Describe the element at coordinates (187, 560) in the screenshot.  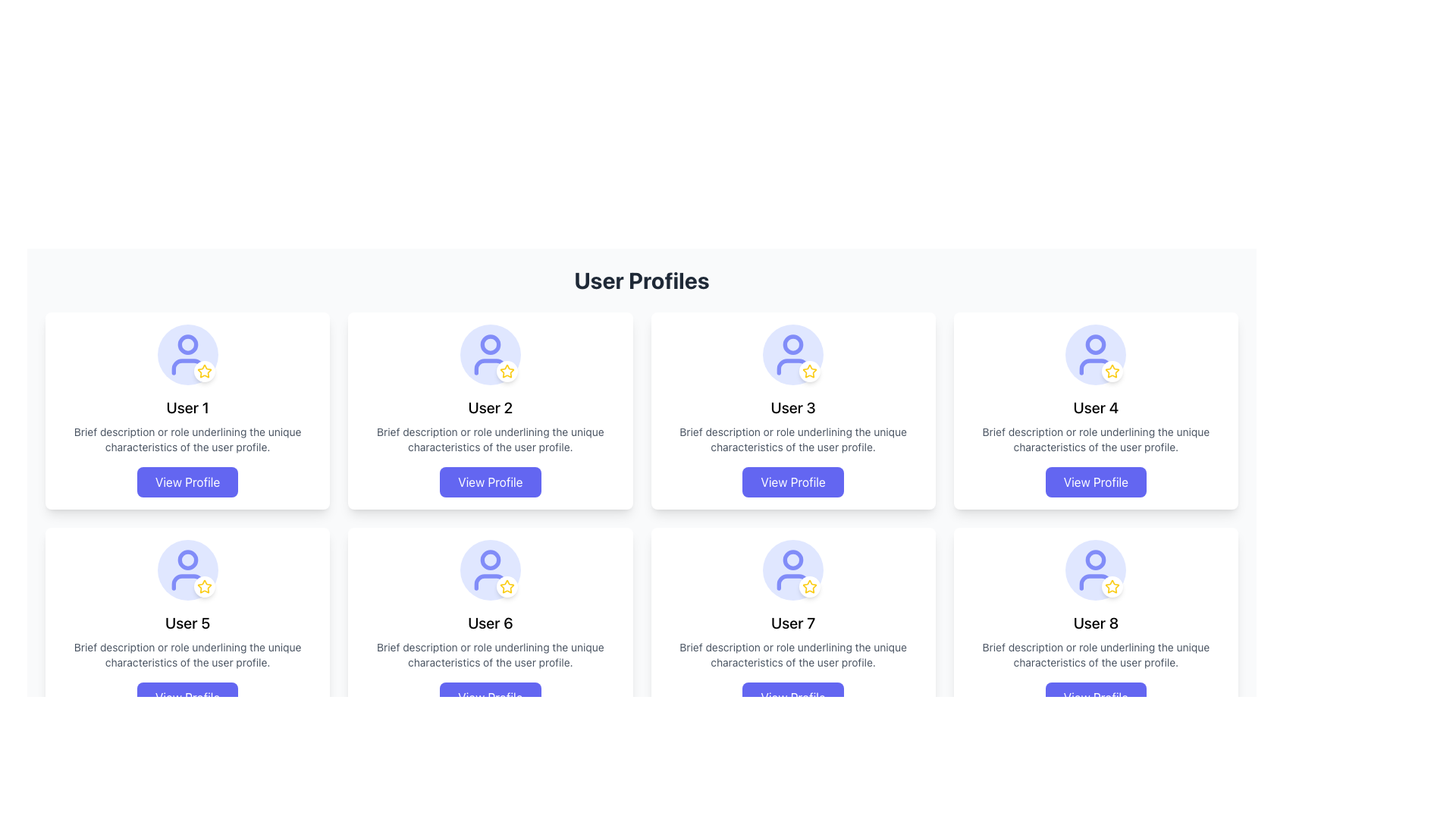
I see `the SVG circle element that represents the user's profile icon above the text 'User 5'` at that location.